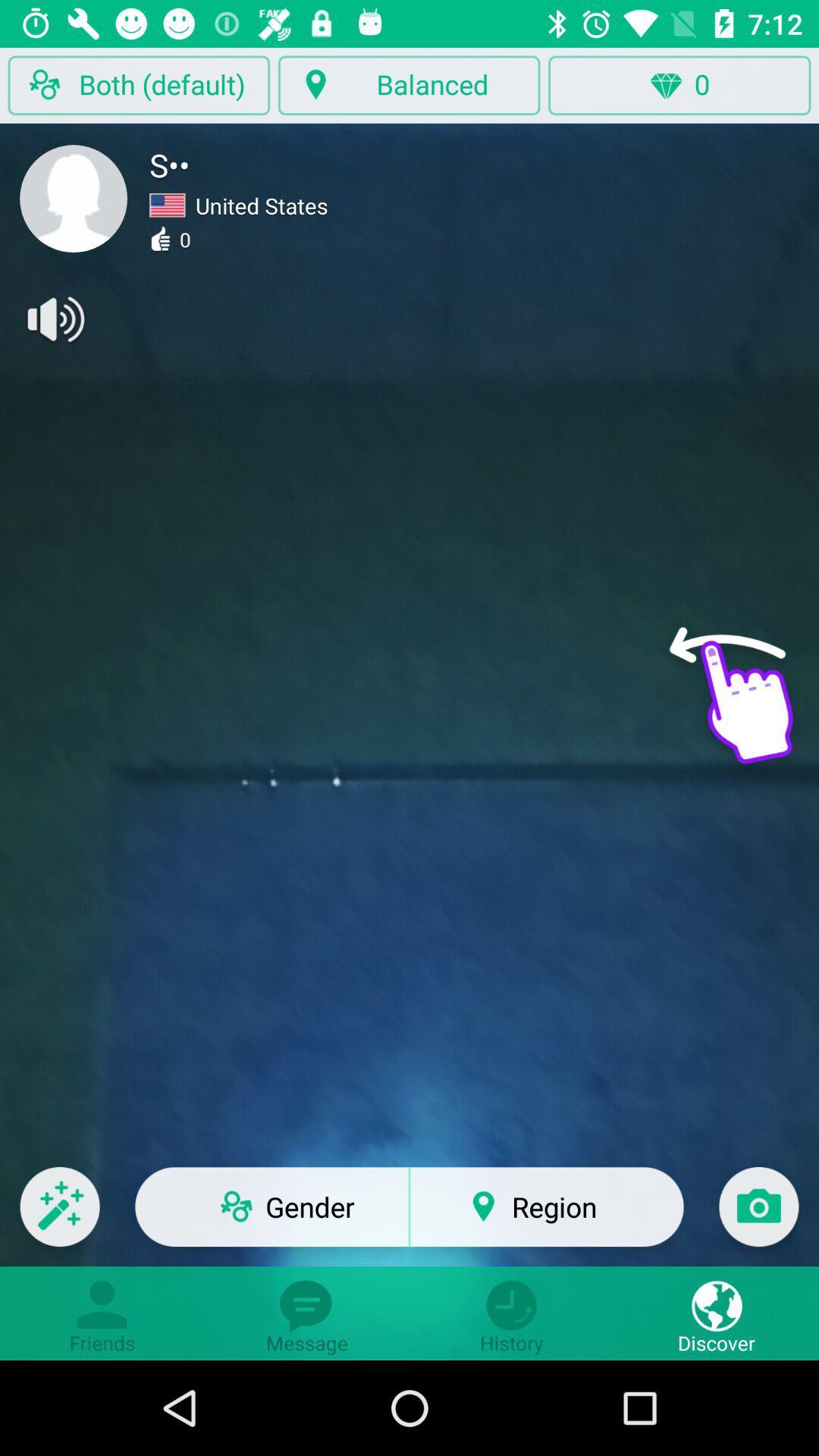  What do you see at coordinates (59, 1216) in the screenshot?
I see `the edit icon` at bounding box center [59, 1216].